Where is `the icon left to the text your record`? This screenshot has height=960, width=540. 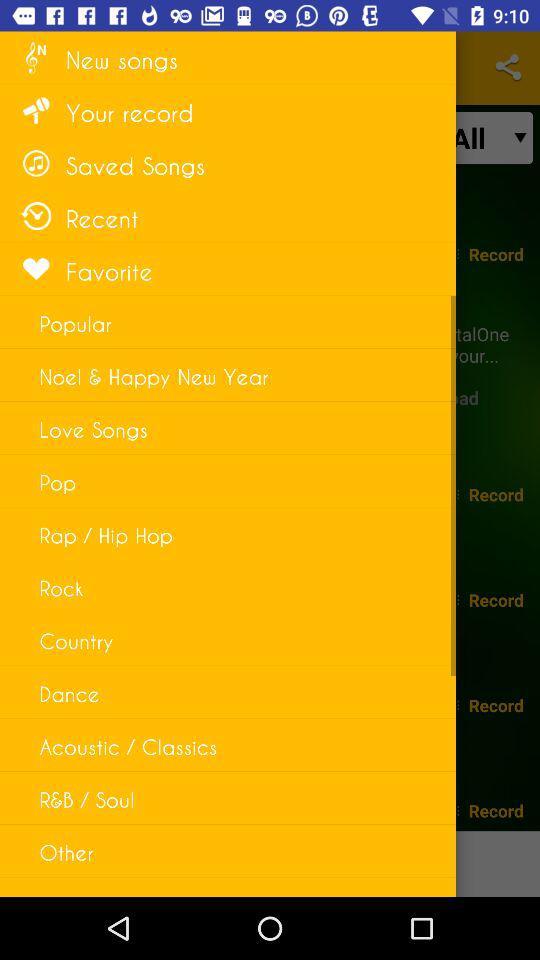 the icon left to the text your record is located at coordinates (36, 110).